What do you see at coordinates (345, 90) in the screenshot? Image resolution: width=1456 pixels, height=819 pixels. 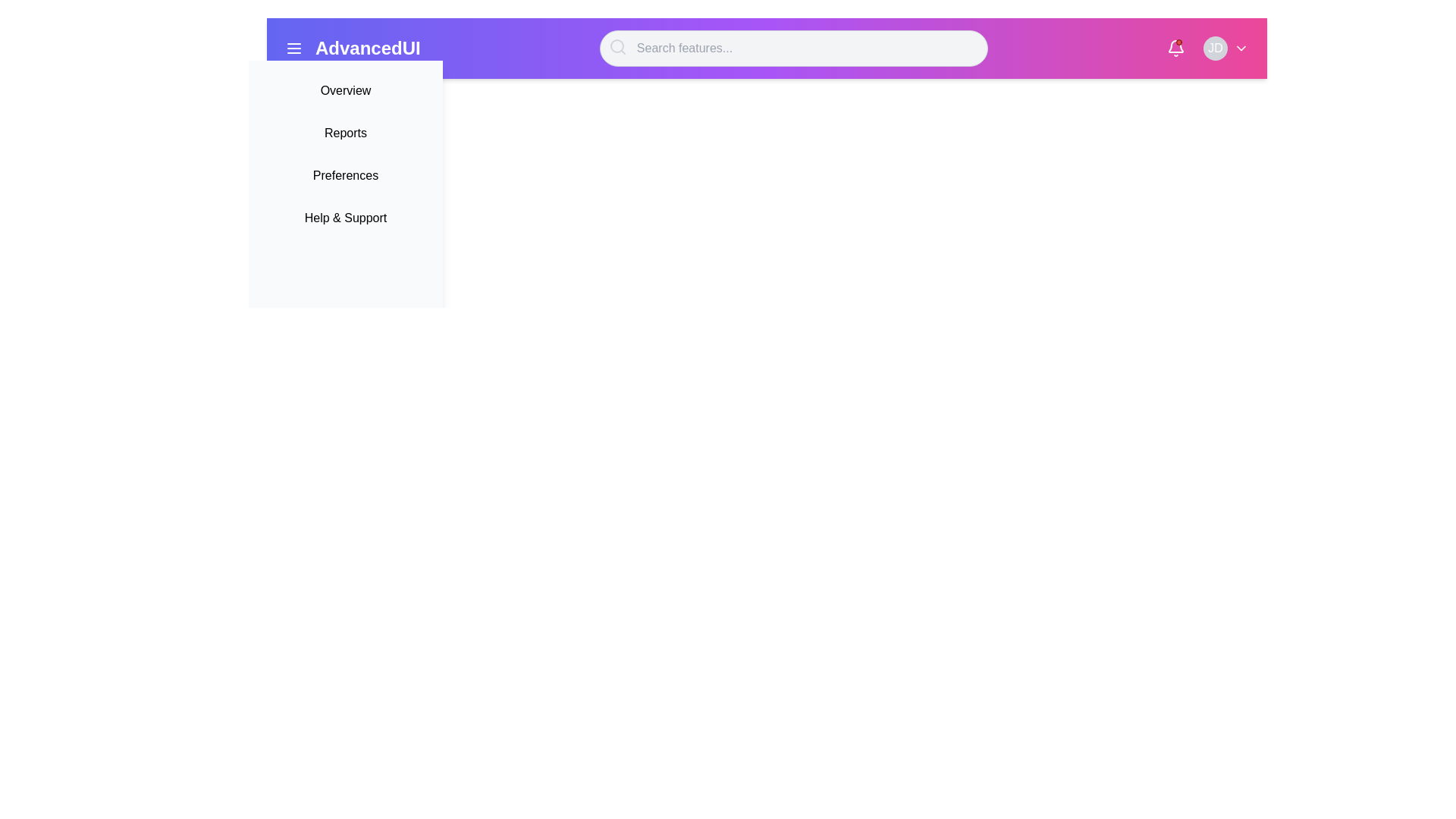 I see `the 'Overview' button-like text label` at bounding box center [345, 90].